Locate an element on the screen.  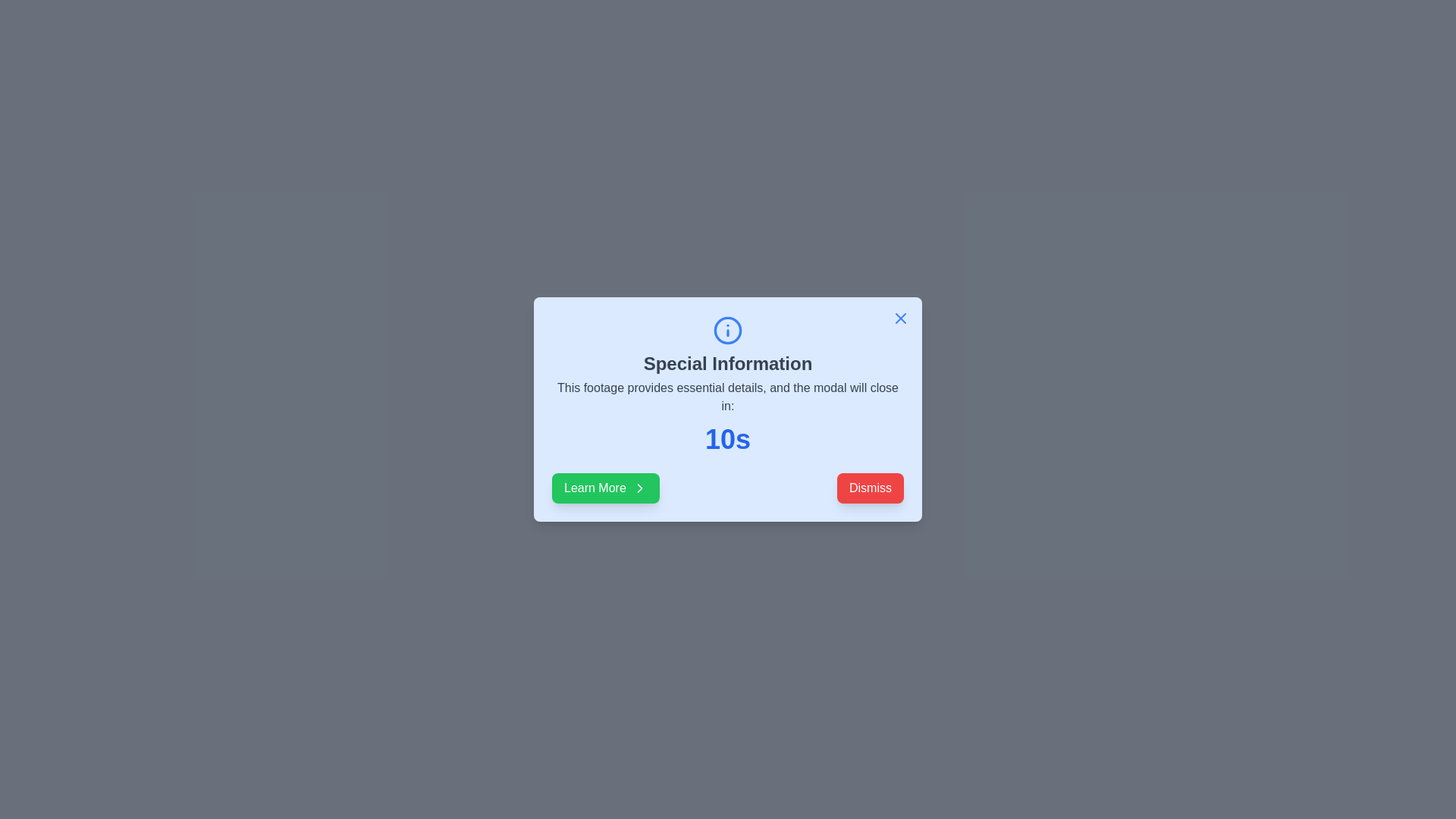
the large, bold, blue text reading '10s' located beneath the descriptive information in the modal dialog is located at coordinates (728, 439).